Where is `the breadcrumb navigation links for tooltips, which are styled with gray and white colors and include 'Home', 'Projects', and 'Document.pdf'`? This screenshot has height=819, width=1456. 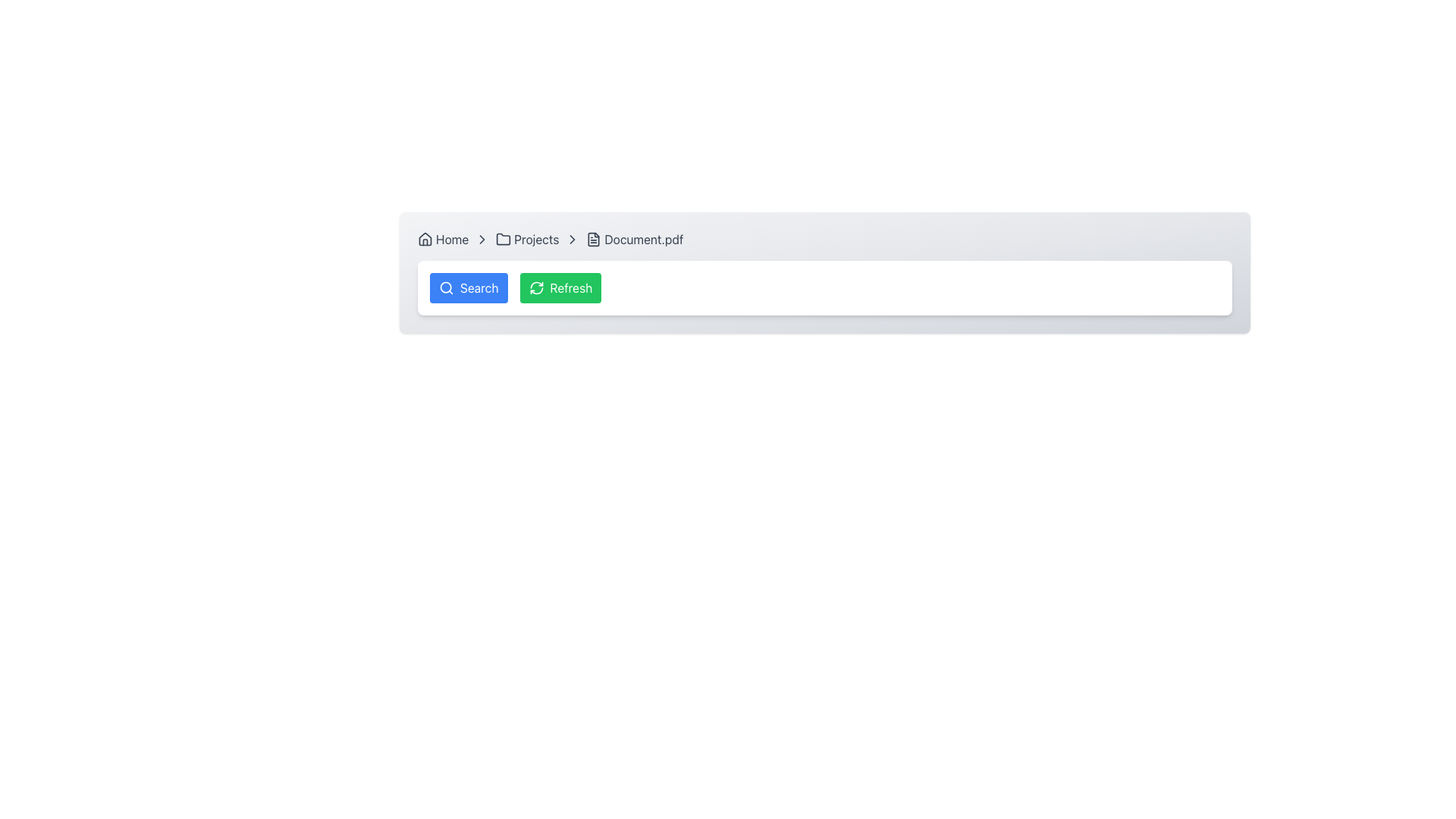 the breadcrumb navigation links for tooltips, which are styled with gray and white colors and include 'Home', 'Projects', and 'Document.pdf' is located at coordinates (824, 239).